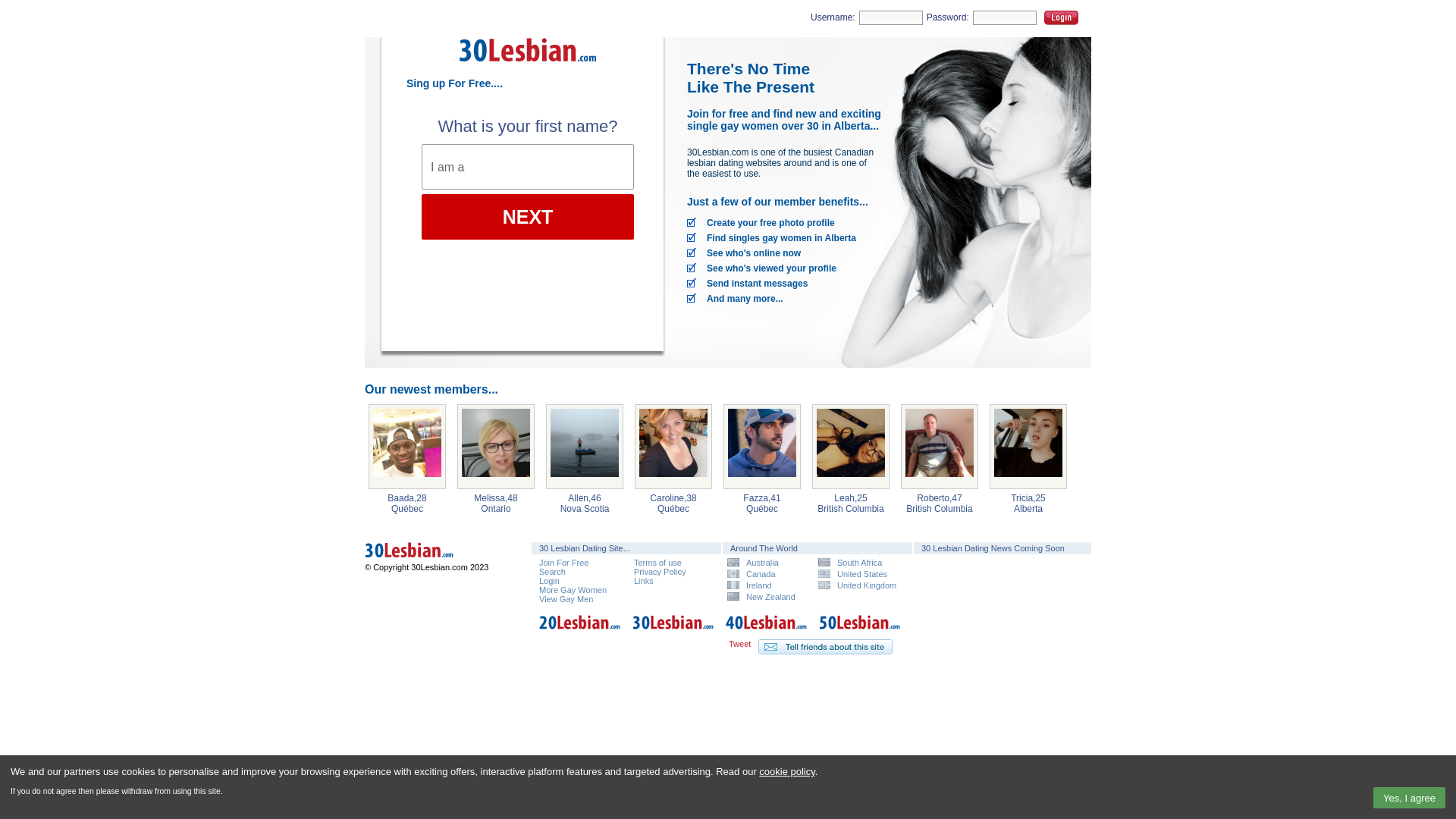 This screenshot has height=819, width=1456. What do you see at coordinates (633, 571) in the screenshot?
I see `'Privacy Policy'` at bounding box center [633, 571].